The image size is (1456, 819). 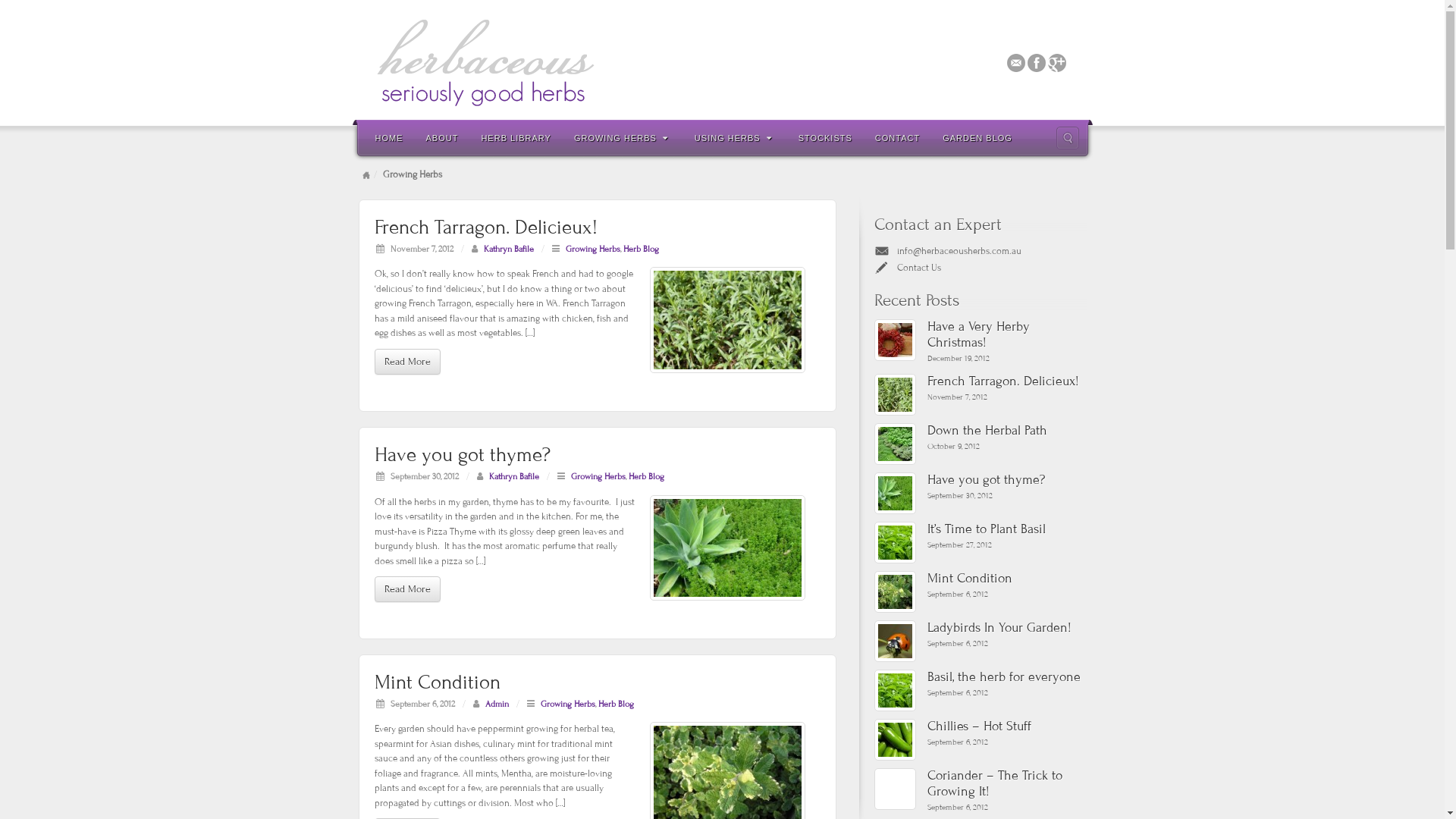 What do you see at coordinates (1006, 628) in the screenshot?
I see `'Ladybirds In Your Garden!'` at bounding box center [1006, 628].